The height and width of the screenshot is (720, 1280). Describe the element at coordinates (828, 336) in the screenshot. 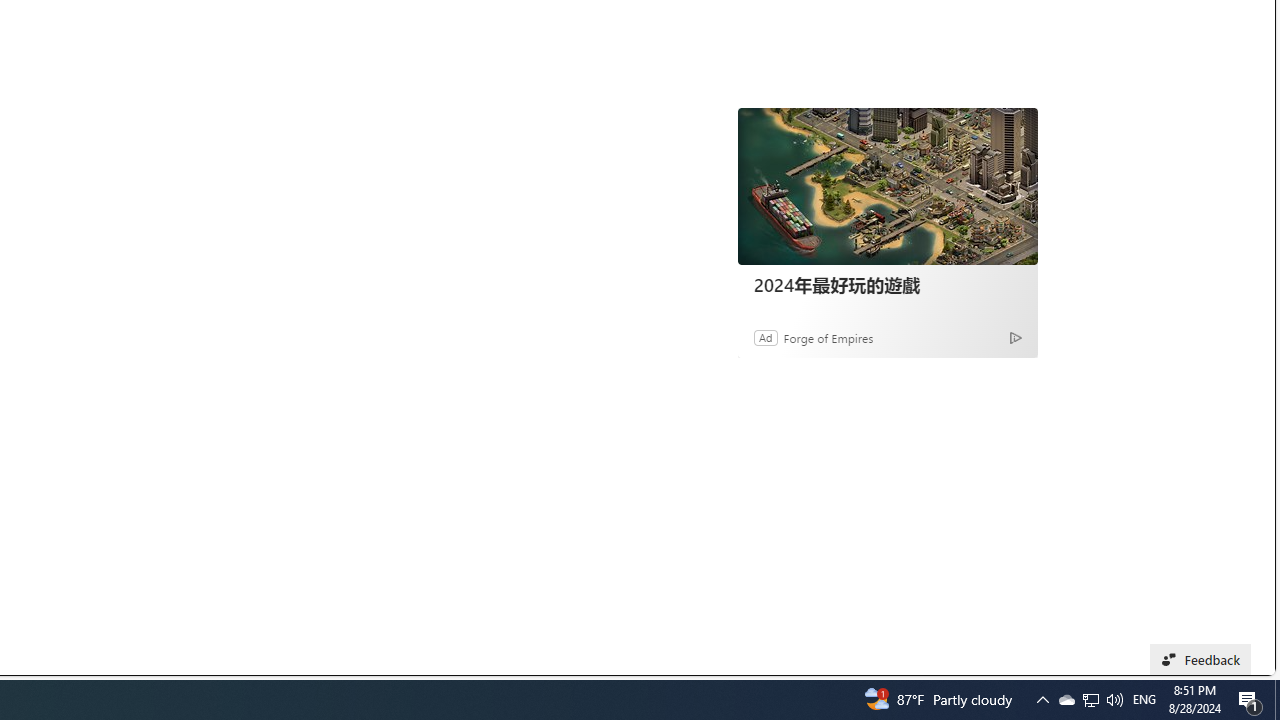

I see `'Forge of Empires'` at that location.